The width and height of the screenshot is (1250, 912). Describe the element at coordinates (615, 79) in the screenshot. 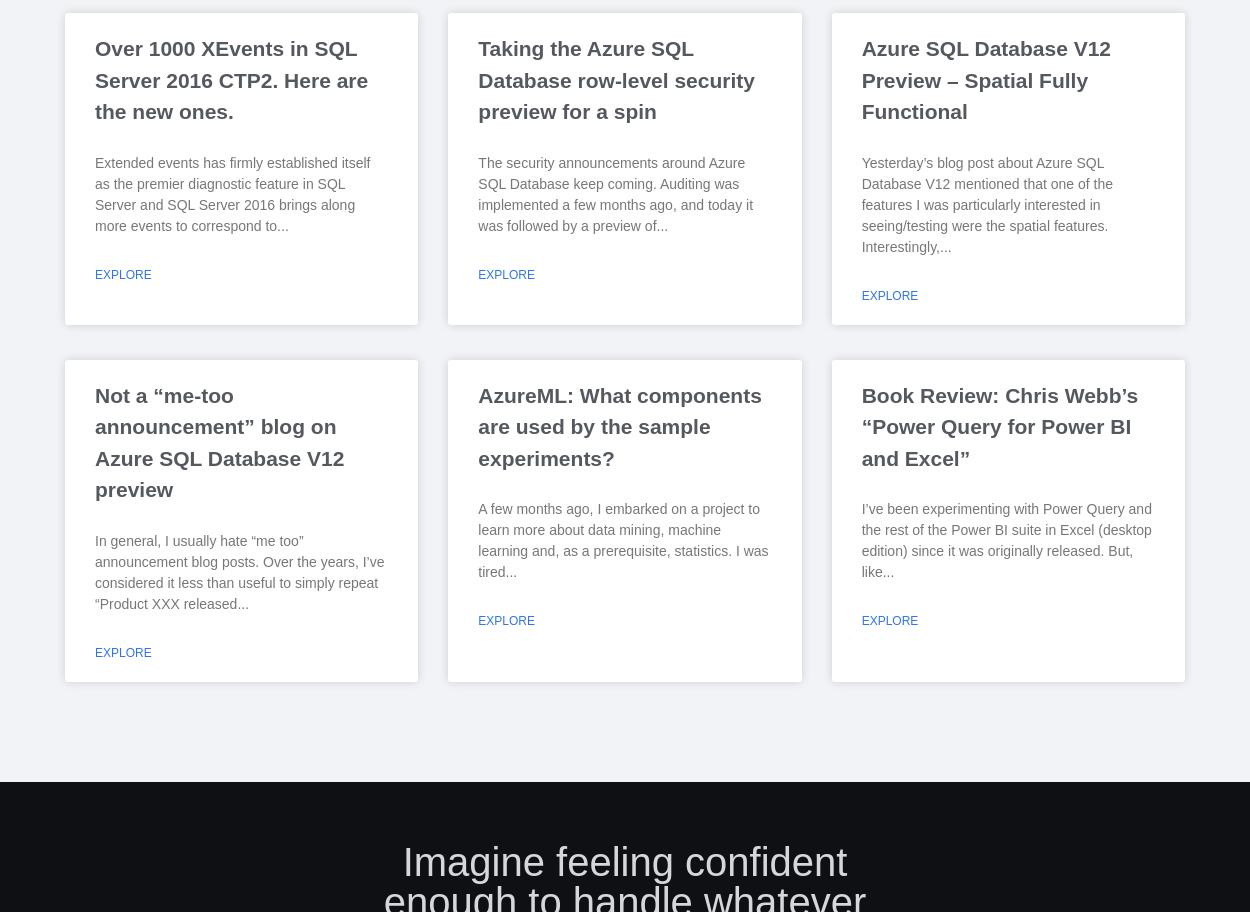

I see `'Taking the Azure SQL Database row-level security preview for a spin'` at that location.